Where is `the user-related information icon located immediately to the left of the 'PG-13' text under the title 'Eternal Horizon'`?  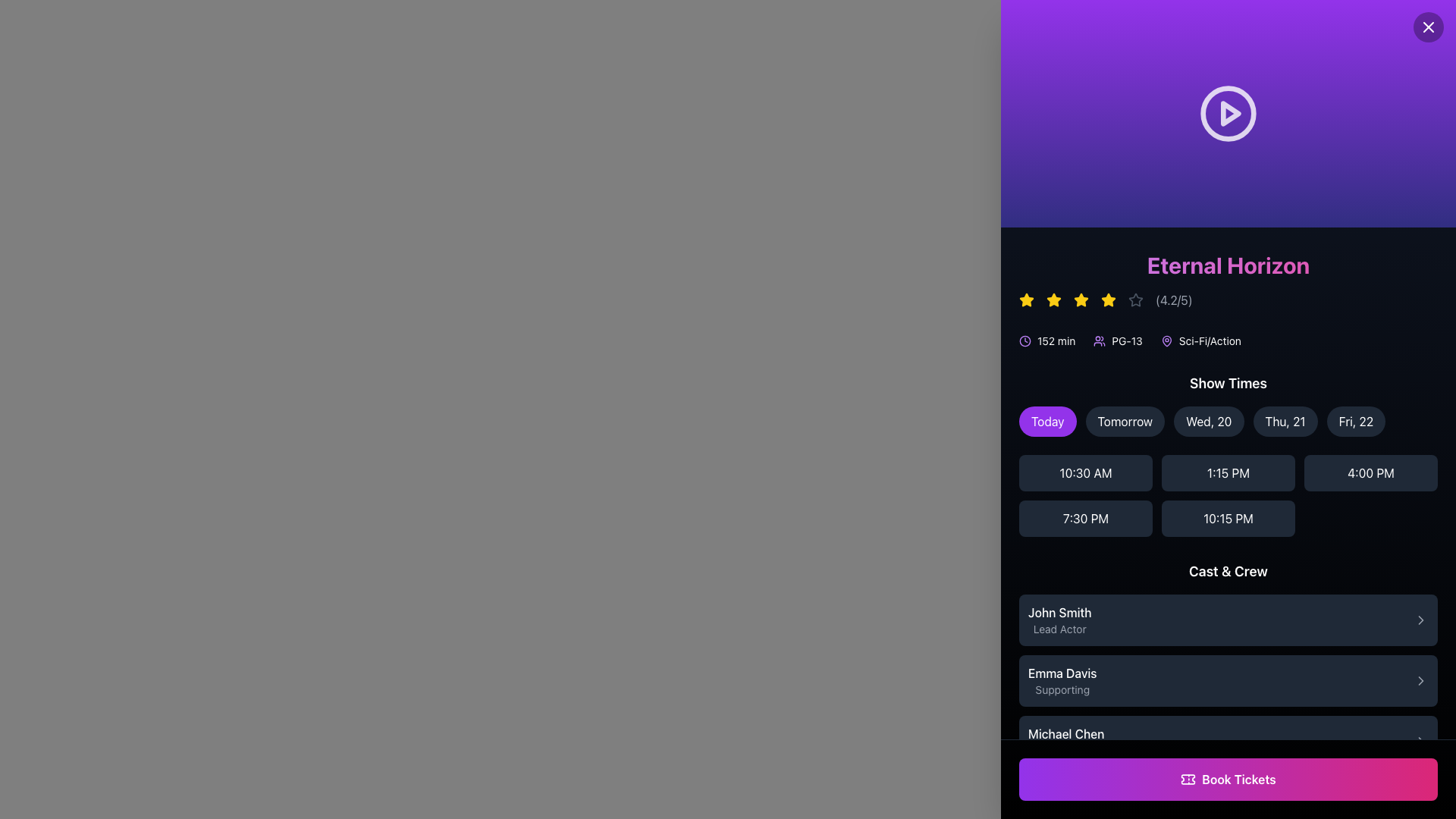
the user-related information icon located immediately to the left of the 'PG-13' text under the title 'Eternal Horizon' is located at coordinates (1100, 341).